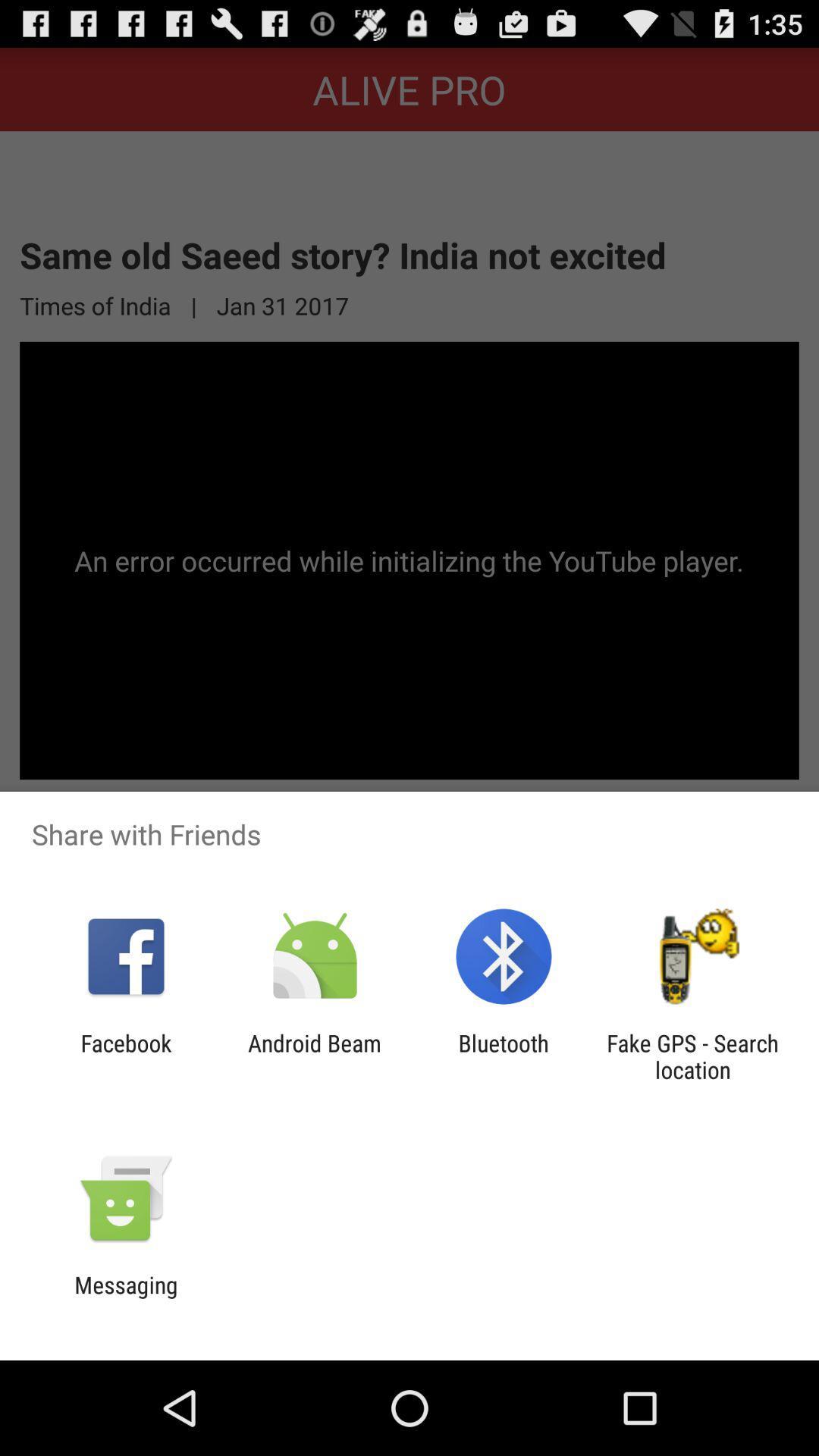 Image resolution: width=819 pixels, height=1456 pixels. I want to click on the fake gps search item, so click(692, 1056).